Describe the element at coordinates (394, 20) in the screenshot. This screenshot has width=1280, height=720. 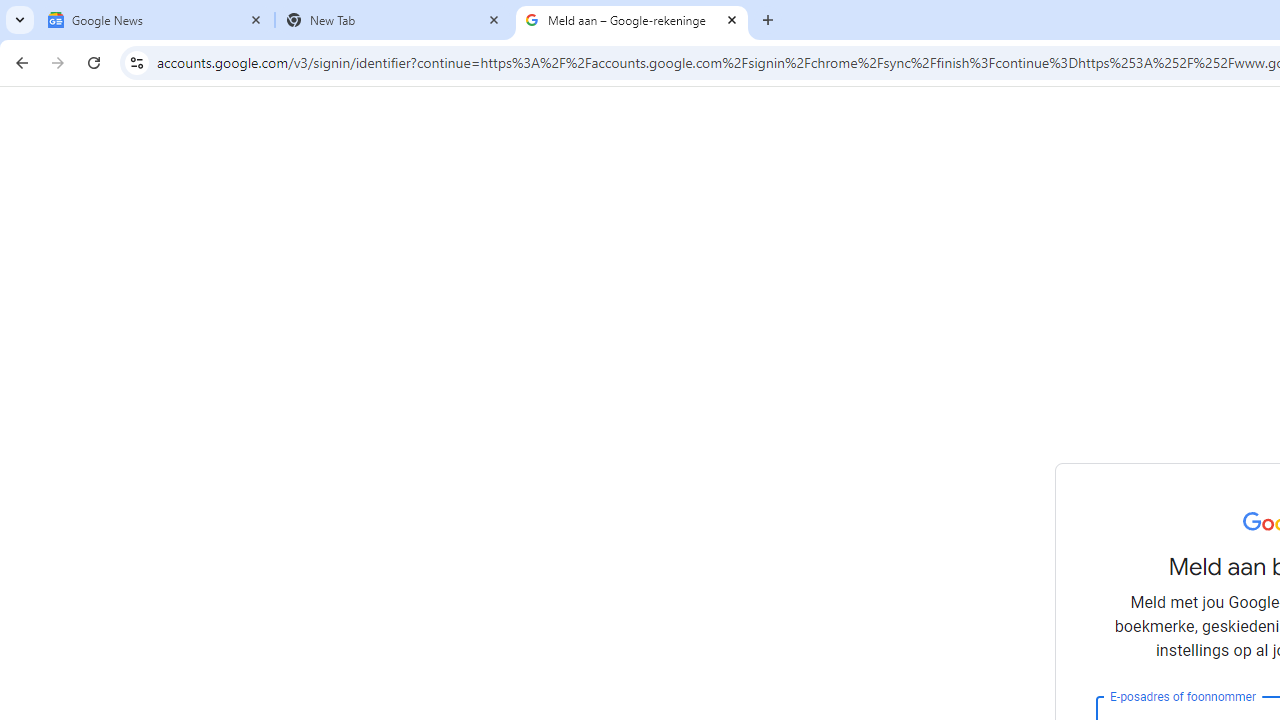
I see `'New Tab'` at that location.